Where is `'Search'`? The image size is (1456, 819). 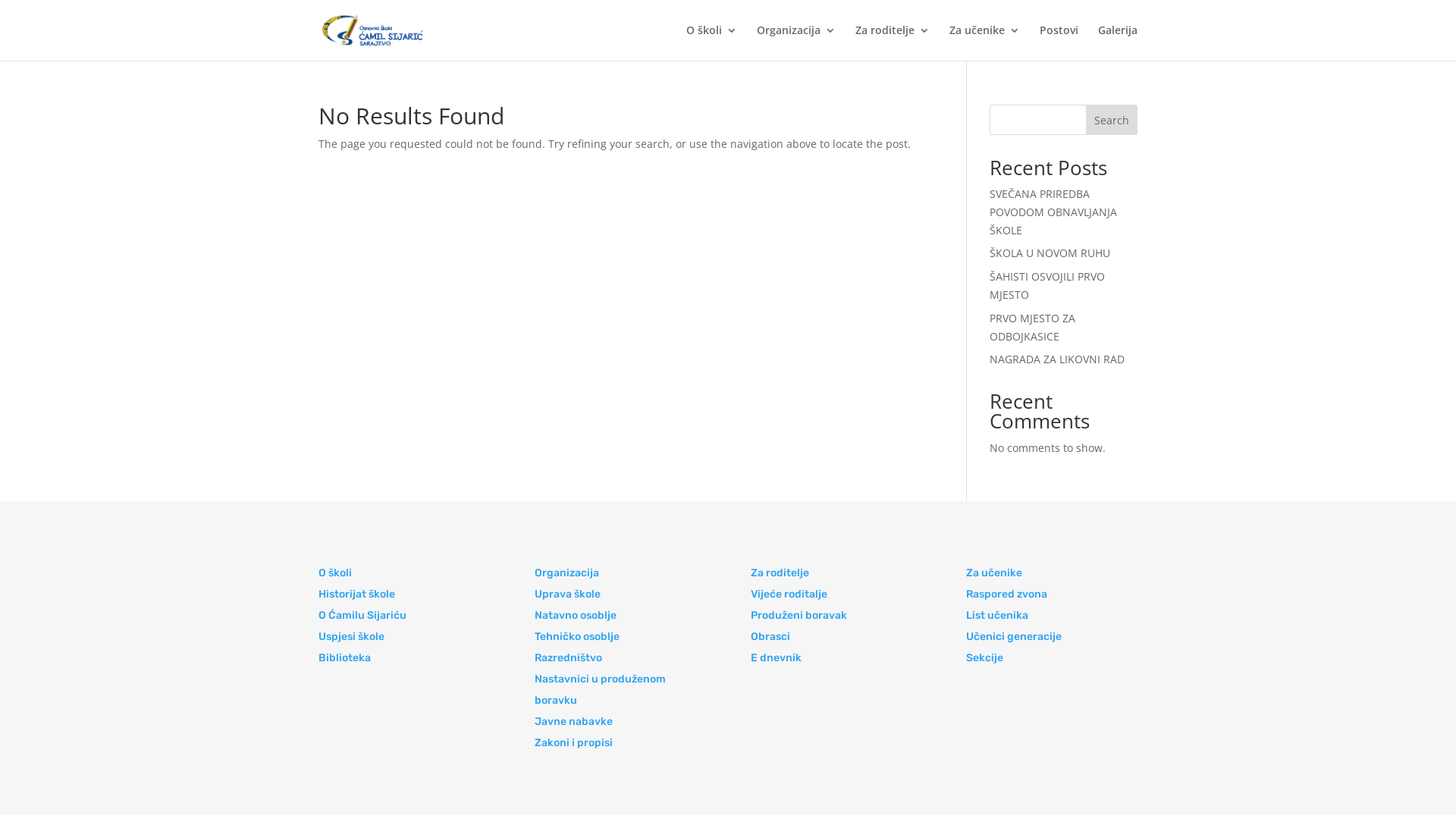 'Search' is located at coordinates (1111, 119).